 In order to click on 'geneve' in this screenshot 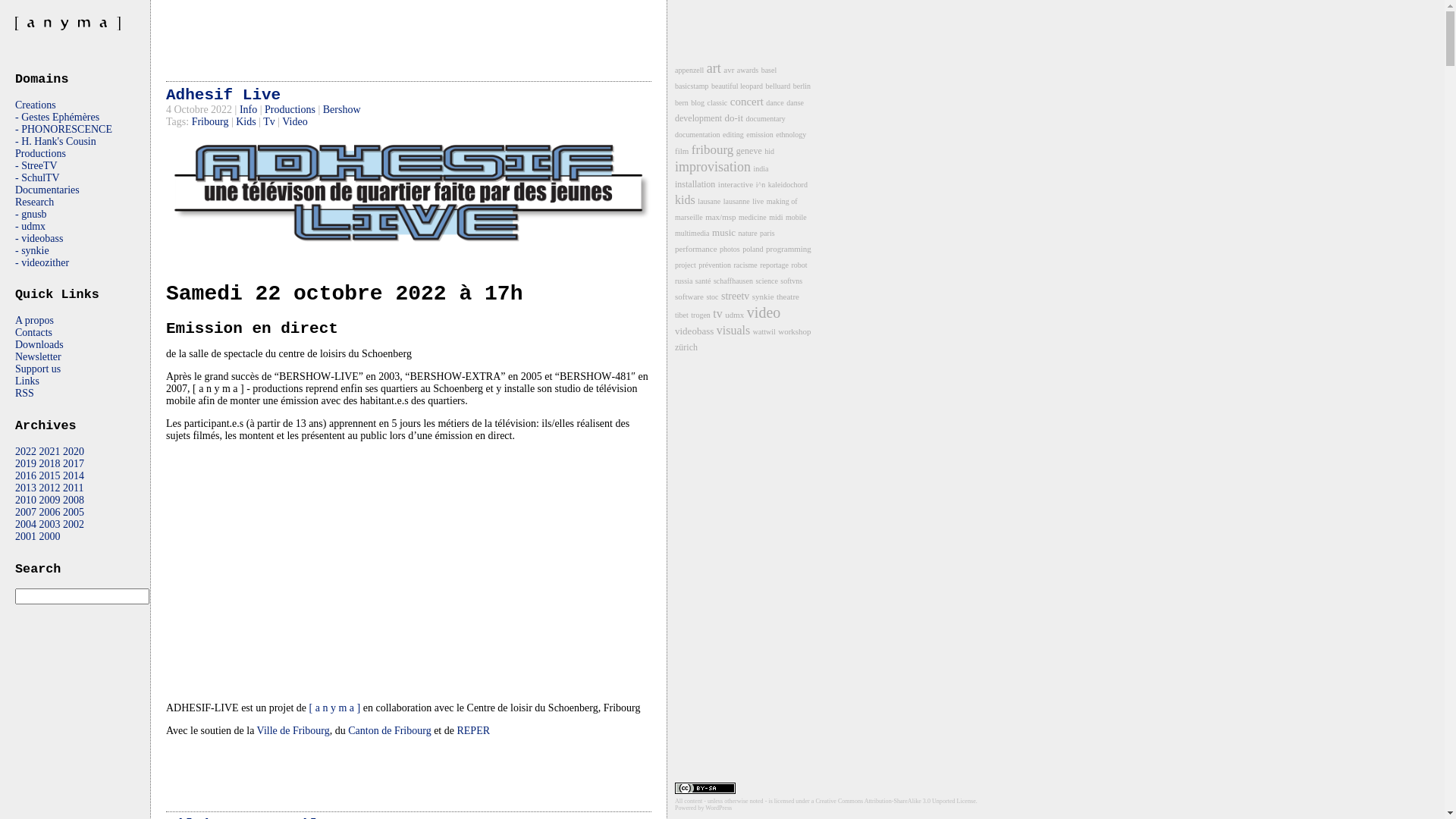, I will do `click(749, 151)`.